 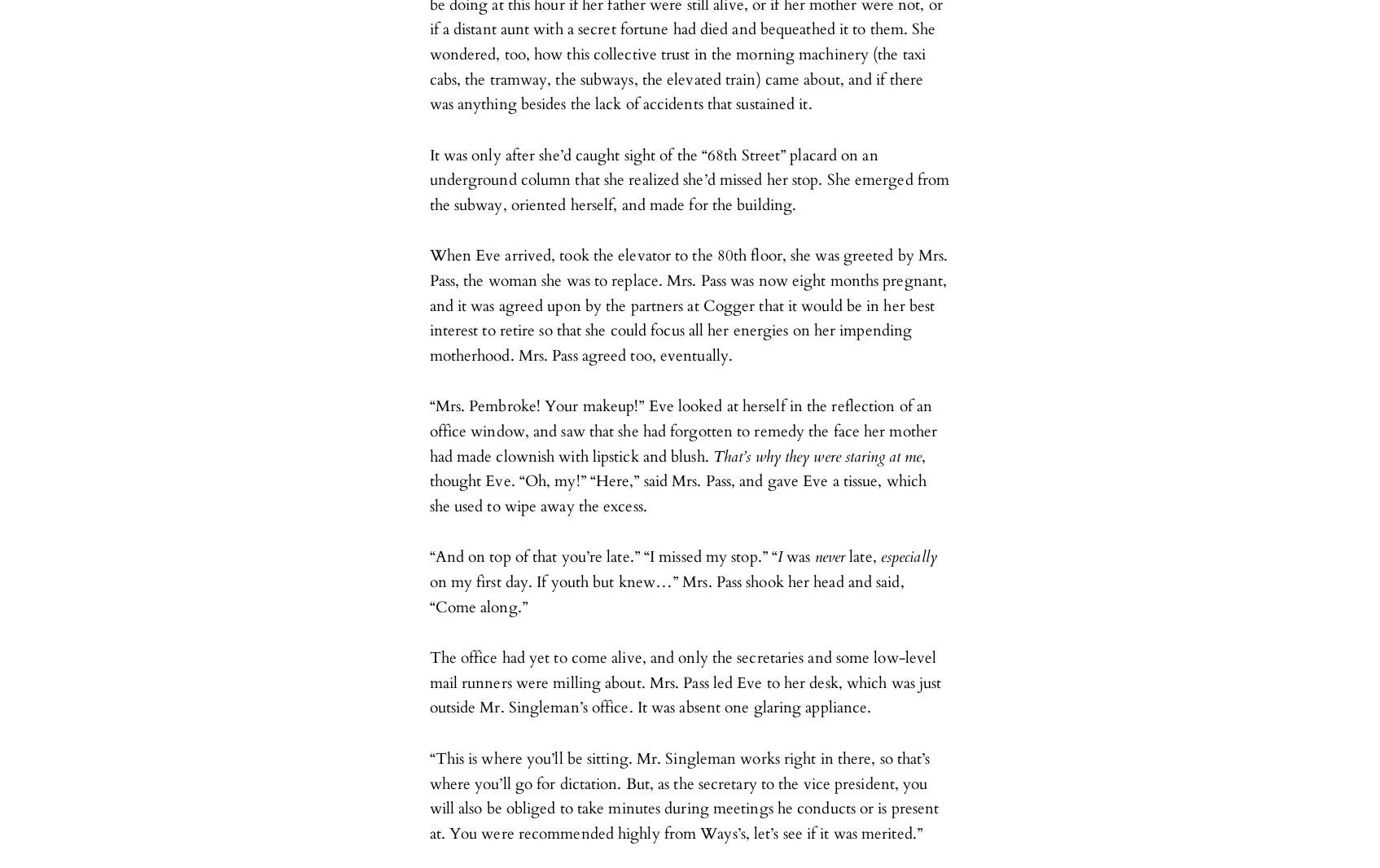 What do you see at coordinates (428, 594) in the screenshot?
I see `'on my first day. If youth but knew…” Mrs. Pass shook her head and said, “Come along.”'` at bounding box center [428, 594].